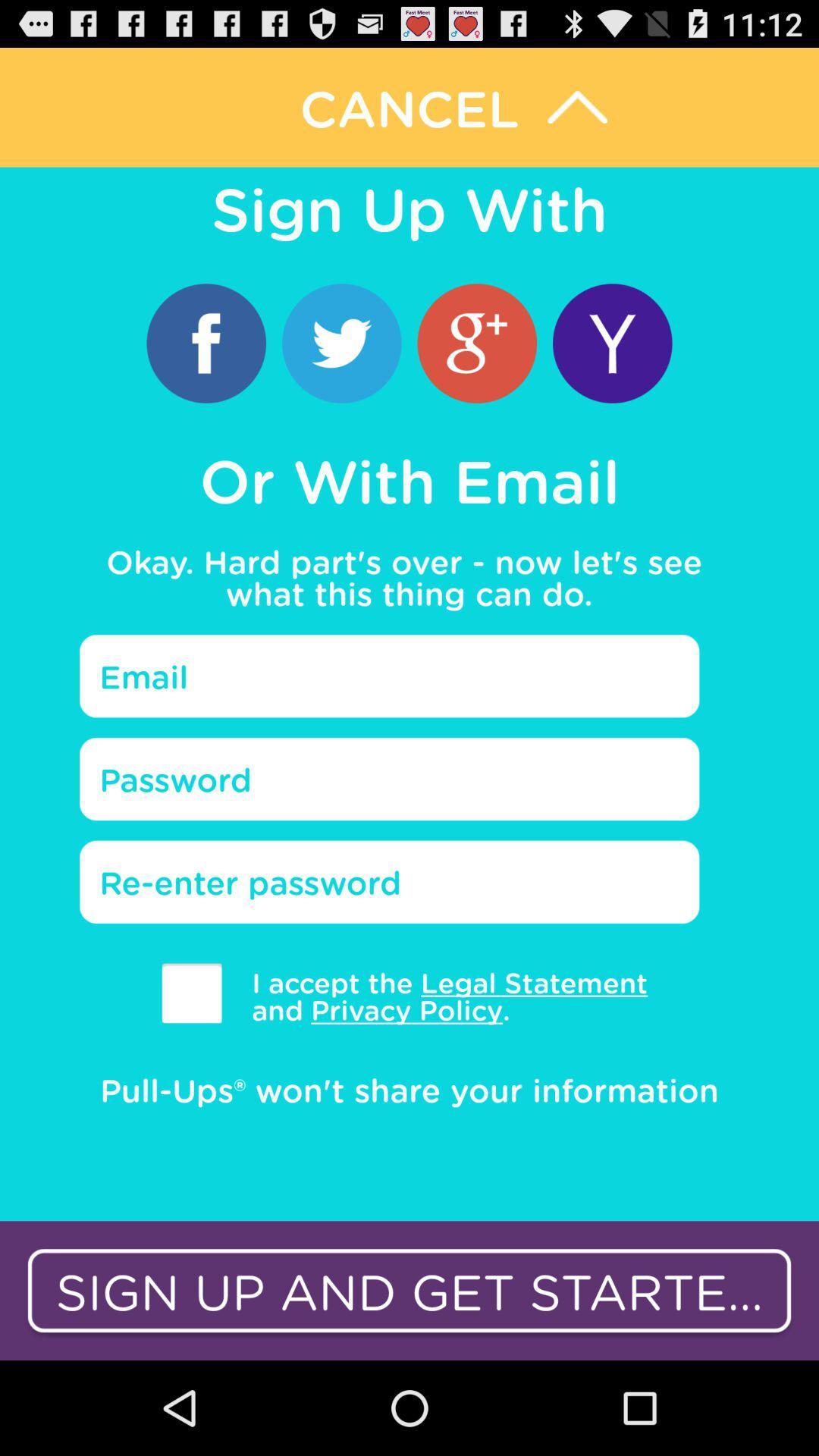  I want to click on app above or with email item, so click(476, 342).